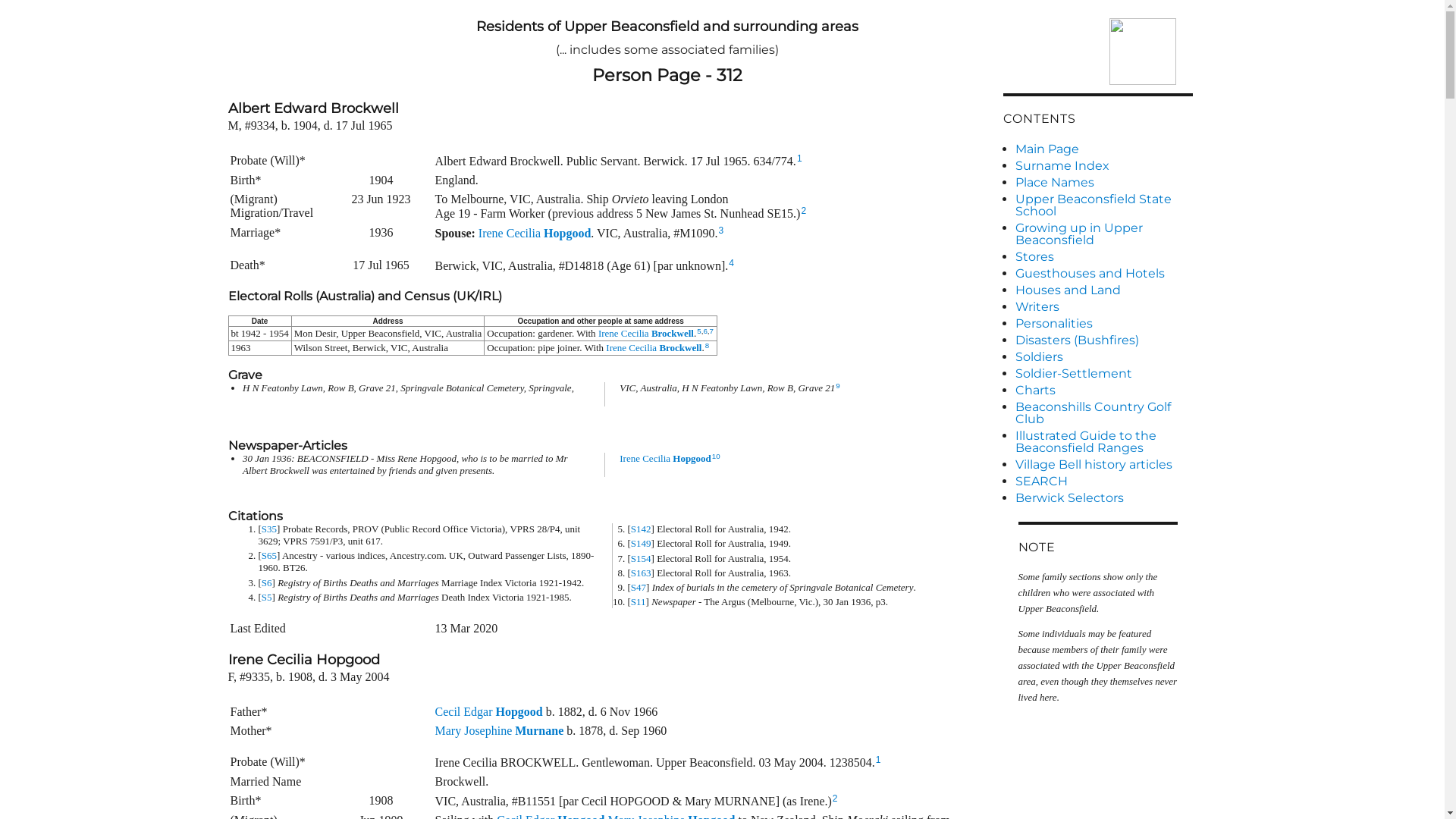 This screenshot has height=819, width=1456. Describe the element at coordinates (715, 455) in the screenshot. I see `'10'` at that location.